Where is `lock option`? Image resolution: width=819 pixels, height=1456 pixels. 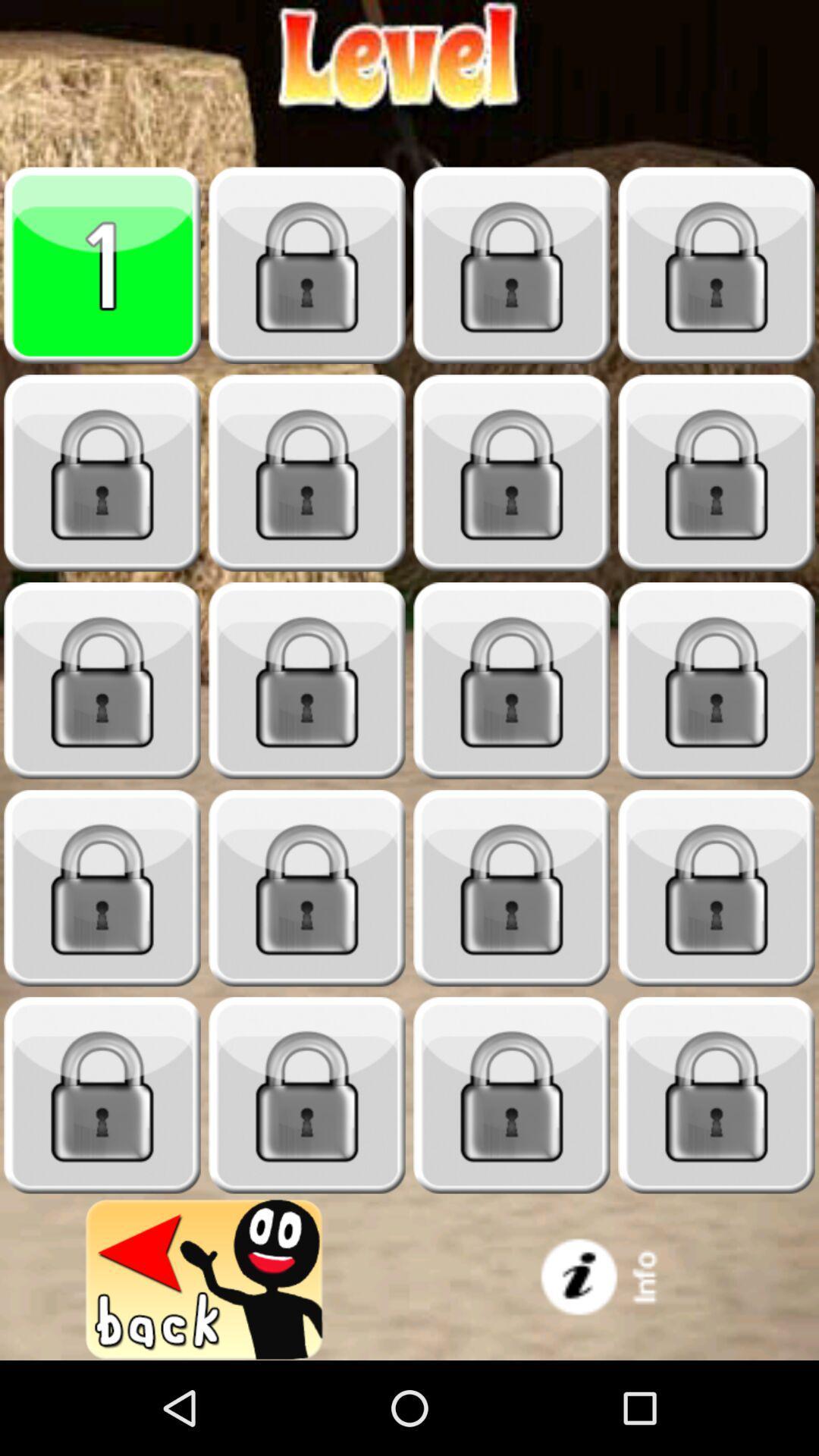 lock option is located at coordinates (307, 265).